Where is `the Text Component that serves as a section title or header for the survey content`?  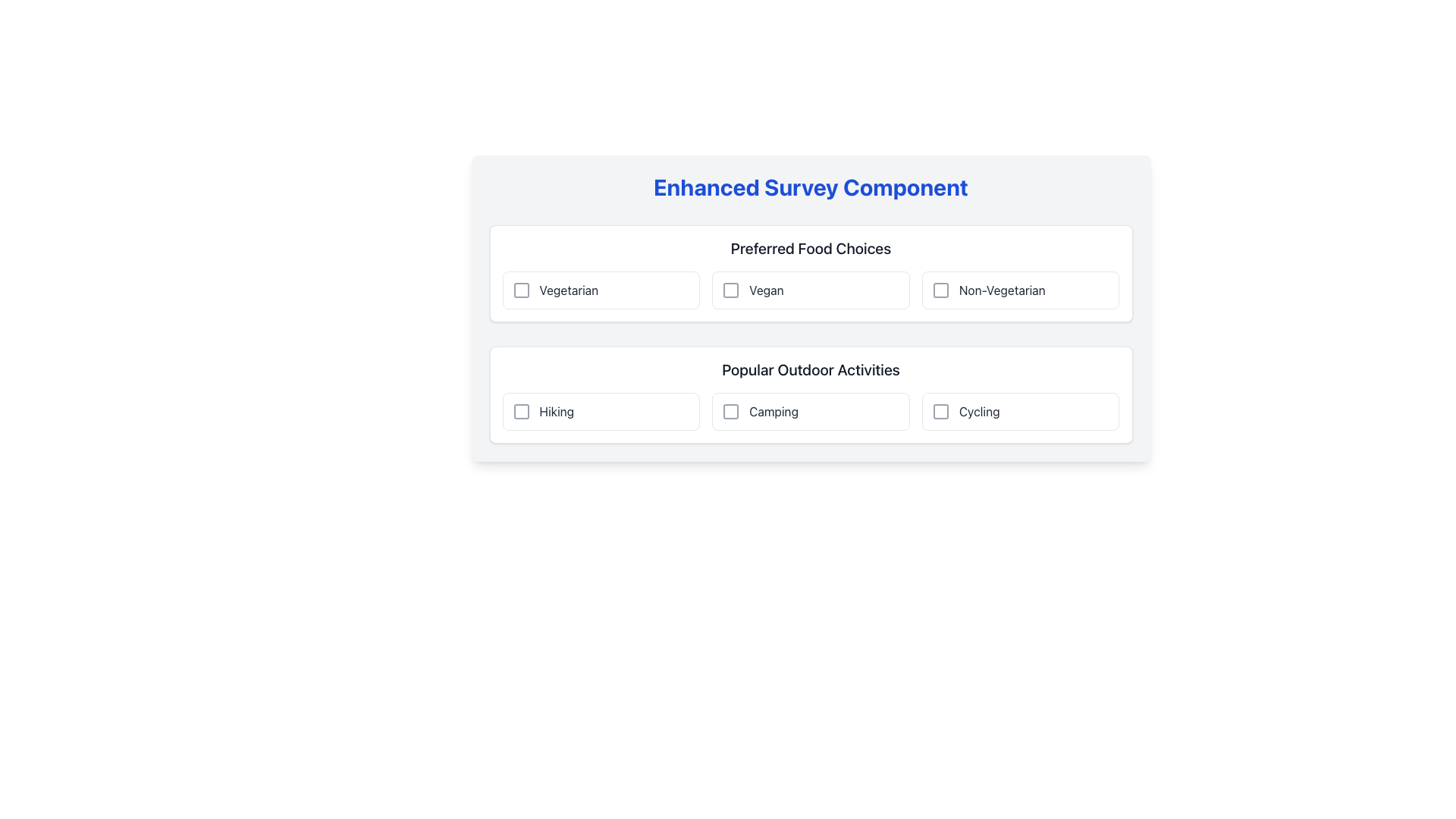 the Text Component that serves as a section title or header for the survey content is located at coordinates (810, 186).